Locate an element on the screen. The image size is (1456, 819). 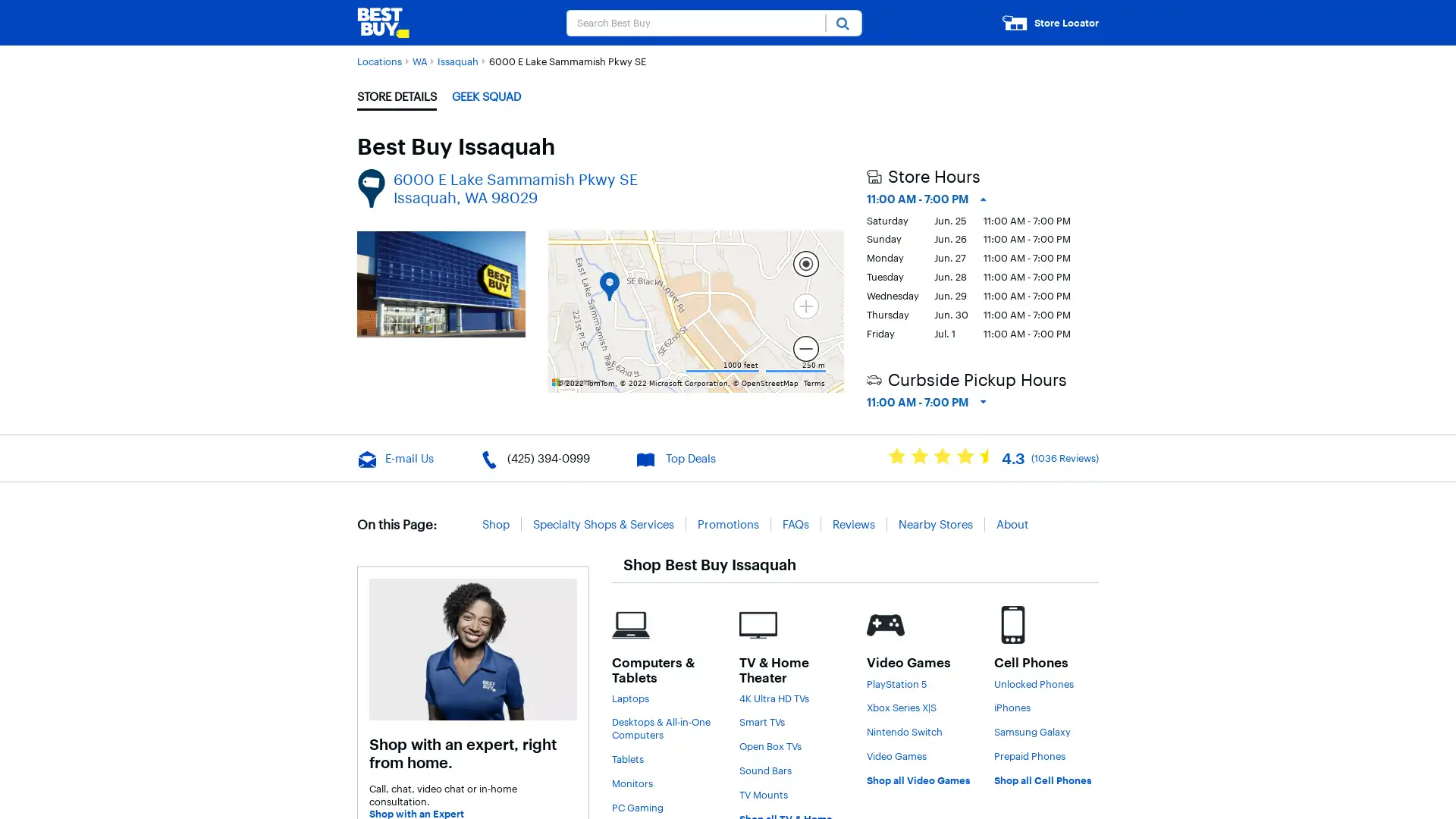
11:00 AM To 7:00 PM is located at coordinates (925, 198).